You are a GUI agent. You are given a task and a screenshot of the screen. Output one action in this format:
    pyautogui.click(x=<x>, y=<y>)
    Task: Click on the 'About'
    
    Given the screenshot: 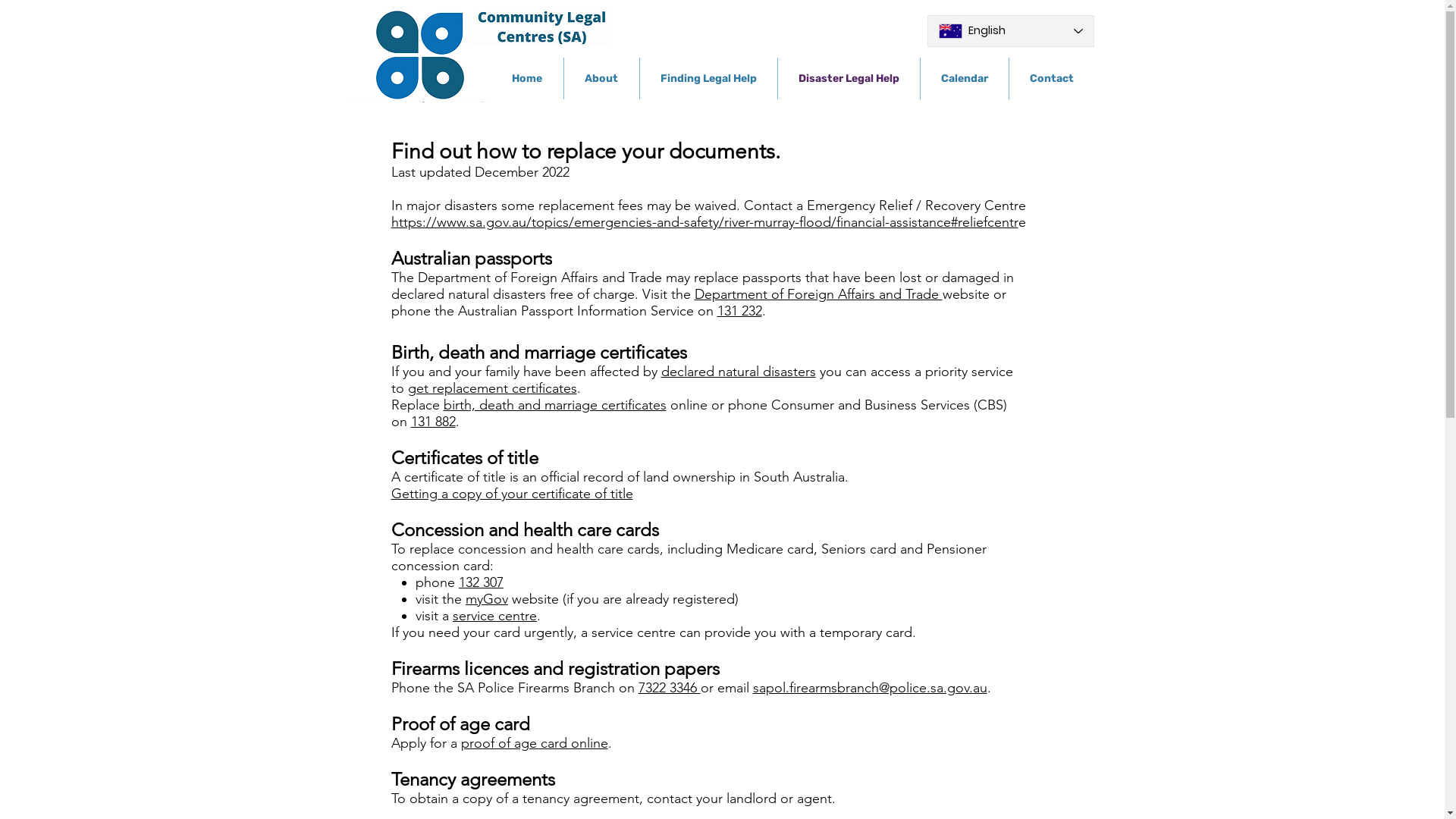 What is the action you would take?
    pyautogui.click(x=601, y=78)
    